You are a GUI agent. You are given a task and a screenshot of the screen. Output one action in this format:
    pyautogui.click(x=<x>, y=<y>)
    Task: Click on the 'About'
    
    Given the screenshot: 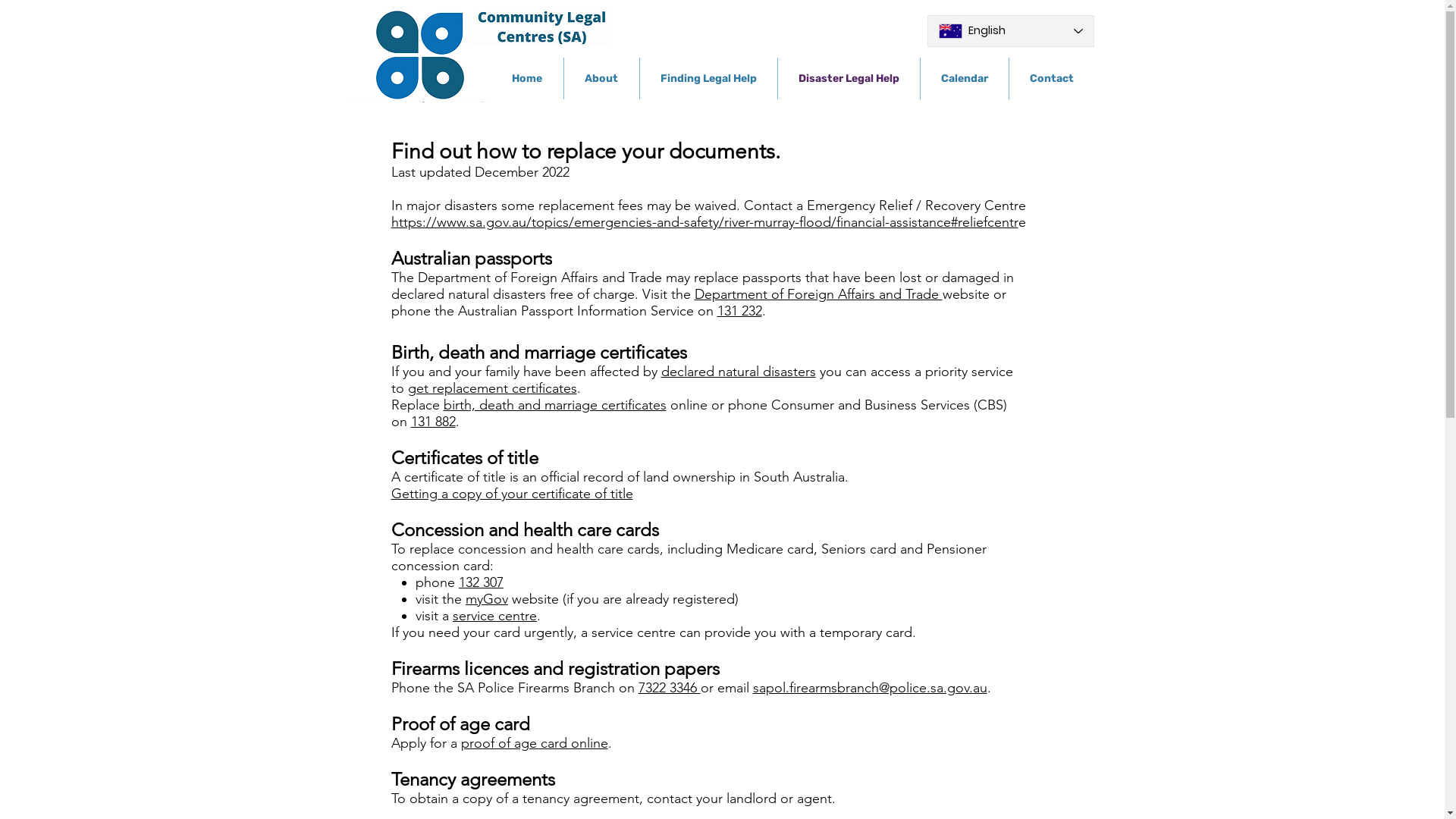 What is the action you would take?
    pyautogui.click(x=601, y=78)
    